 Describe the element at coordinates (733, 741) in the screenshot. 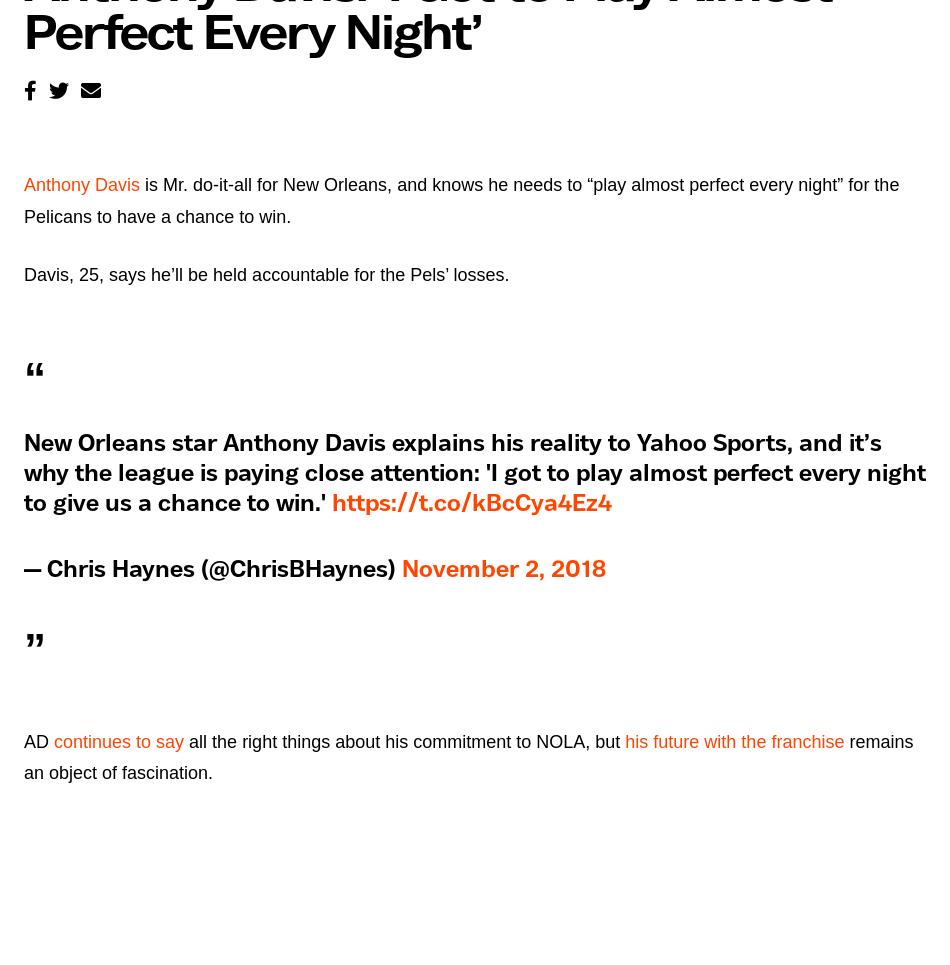

I see `'his future with the franchise'` at that location.